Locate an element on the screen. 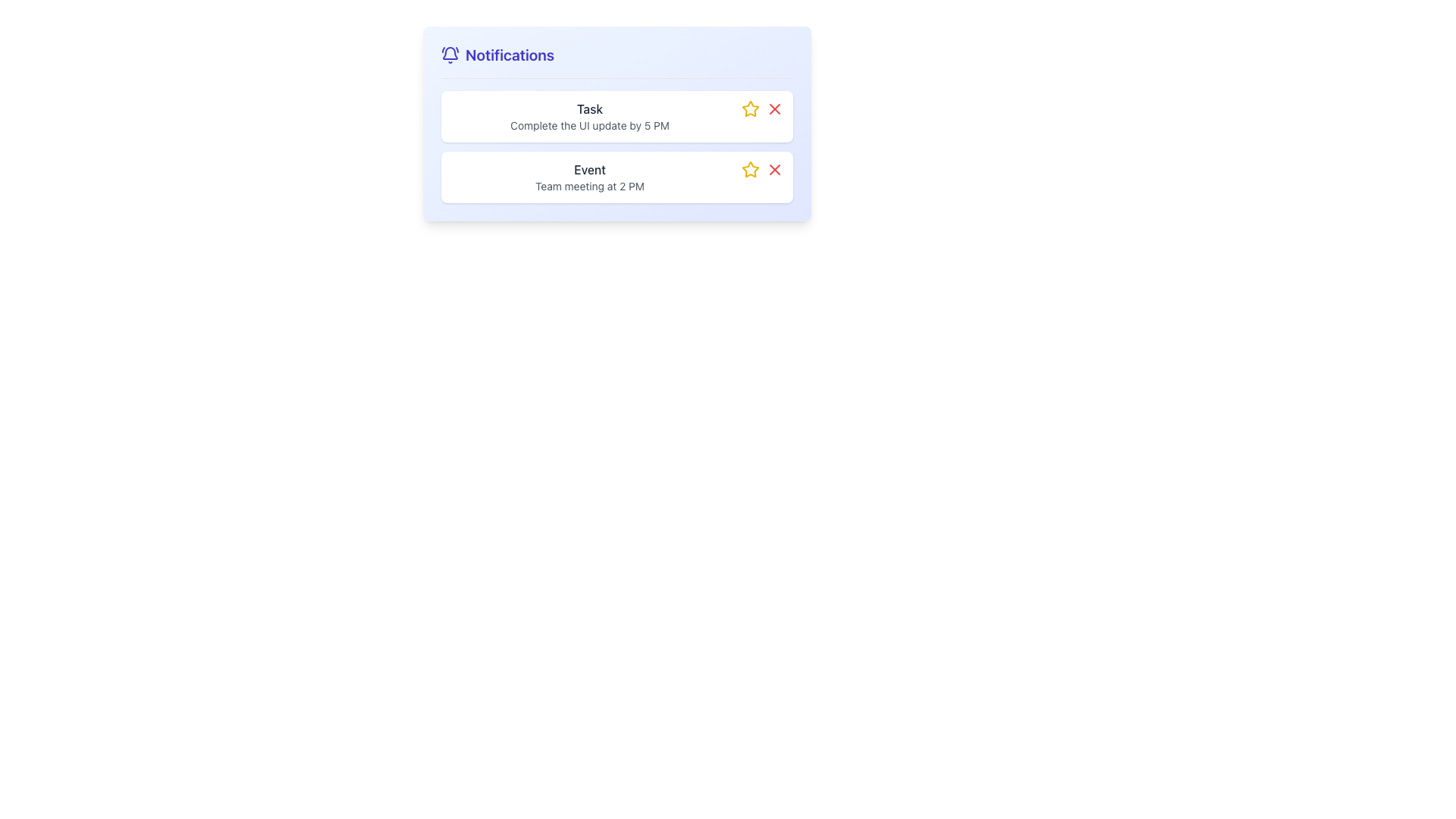  the decorative icon associated with notifications, located is located at coordinates (450, 55).